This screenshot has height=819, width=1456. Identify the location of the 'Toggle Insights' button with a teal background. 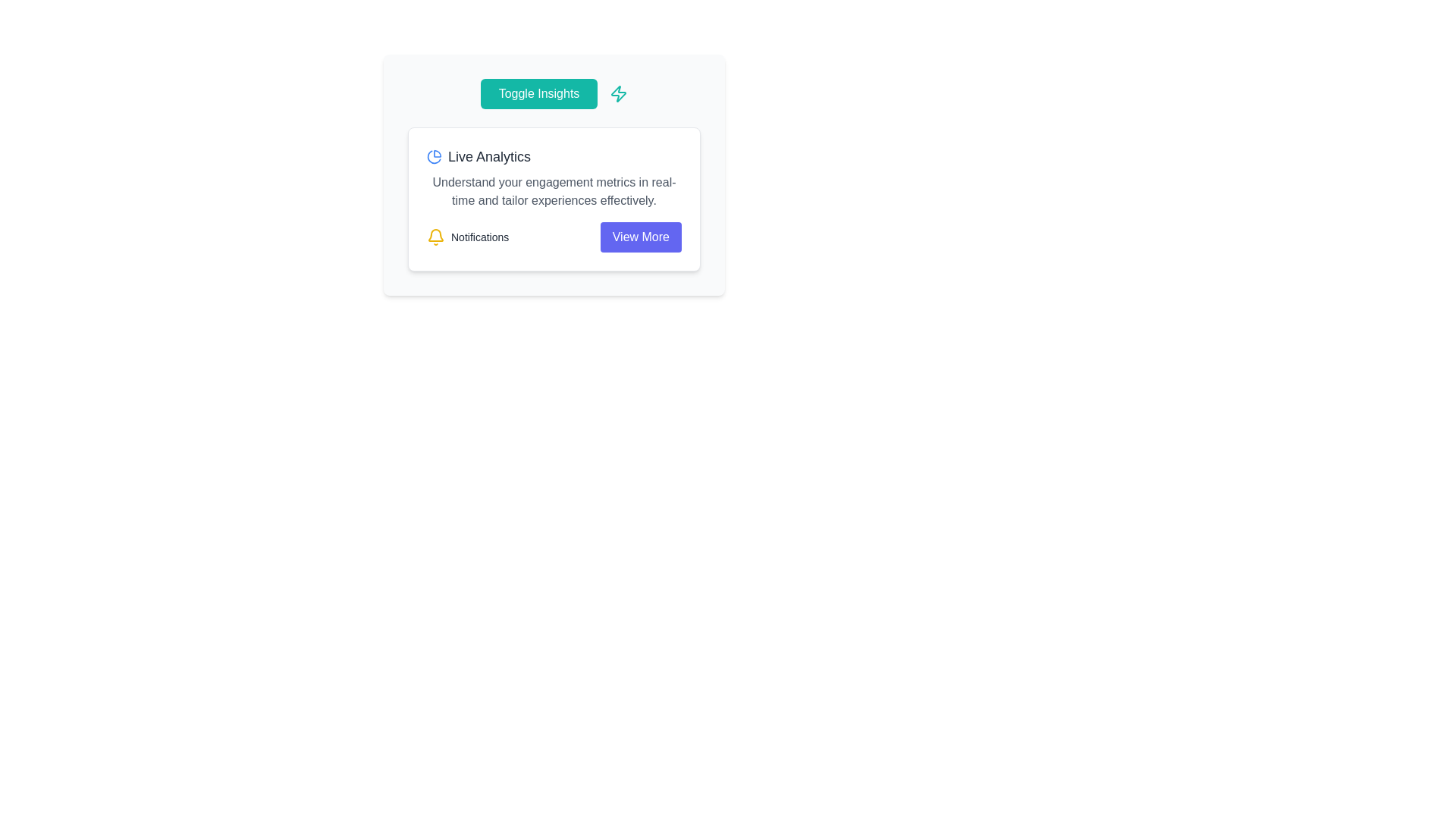
(538, 93).